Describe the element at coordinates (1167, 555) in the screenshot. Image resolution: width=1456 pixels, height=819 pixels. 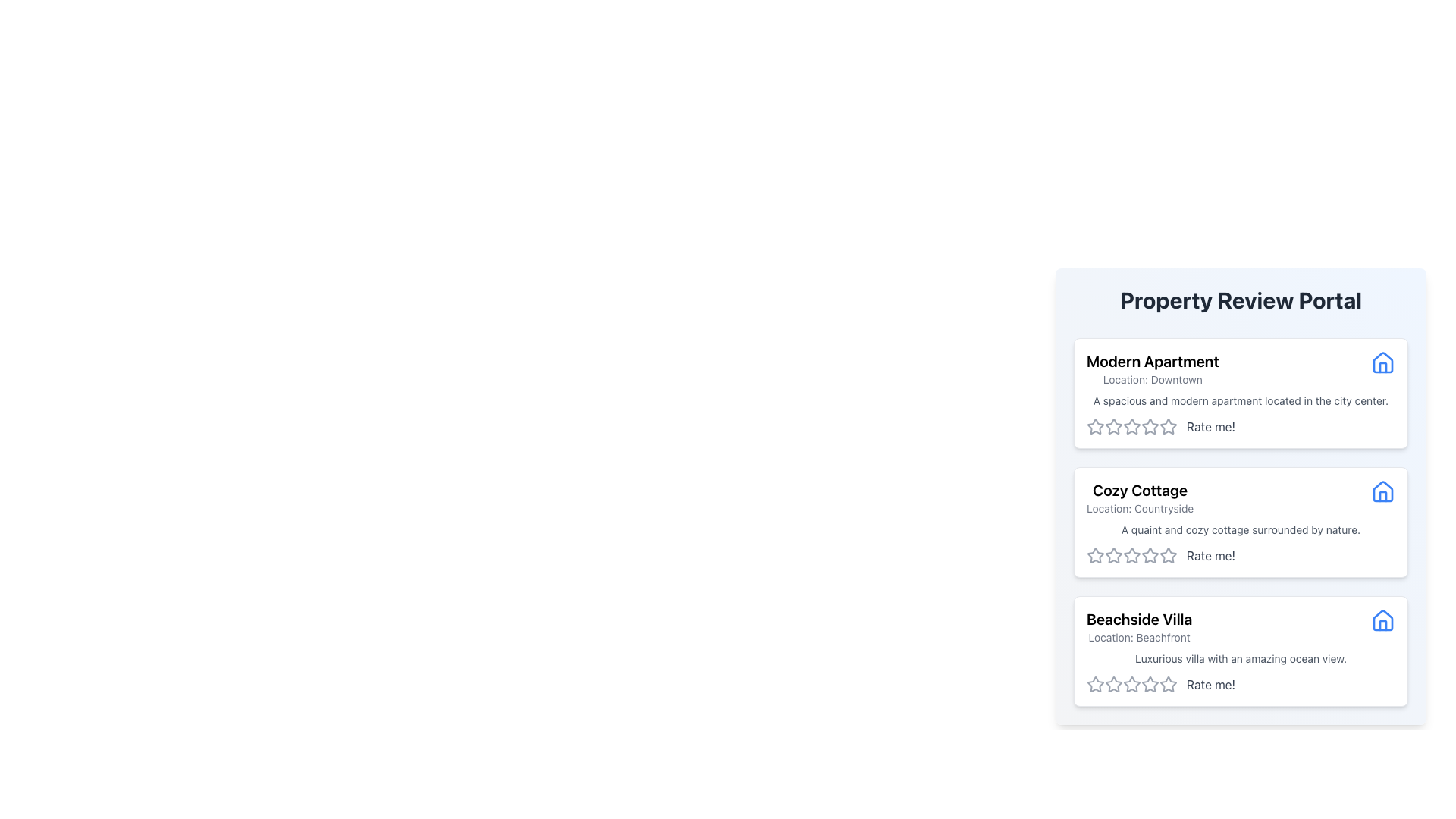
I see `the fourth star-shaped icon in the user rating system under the 'Cozy Cottage' review section` at that location.